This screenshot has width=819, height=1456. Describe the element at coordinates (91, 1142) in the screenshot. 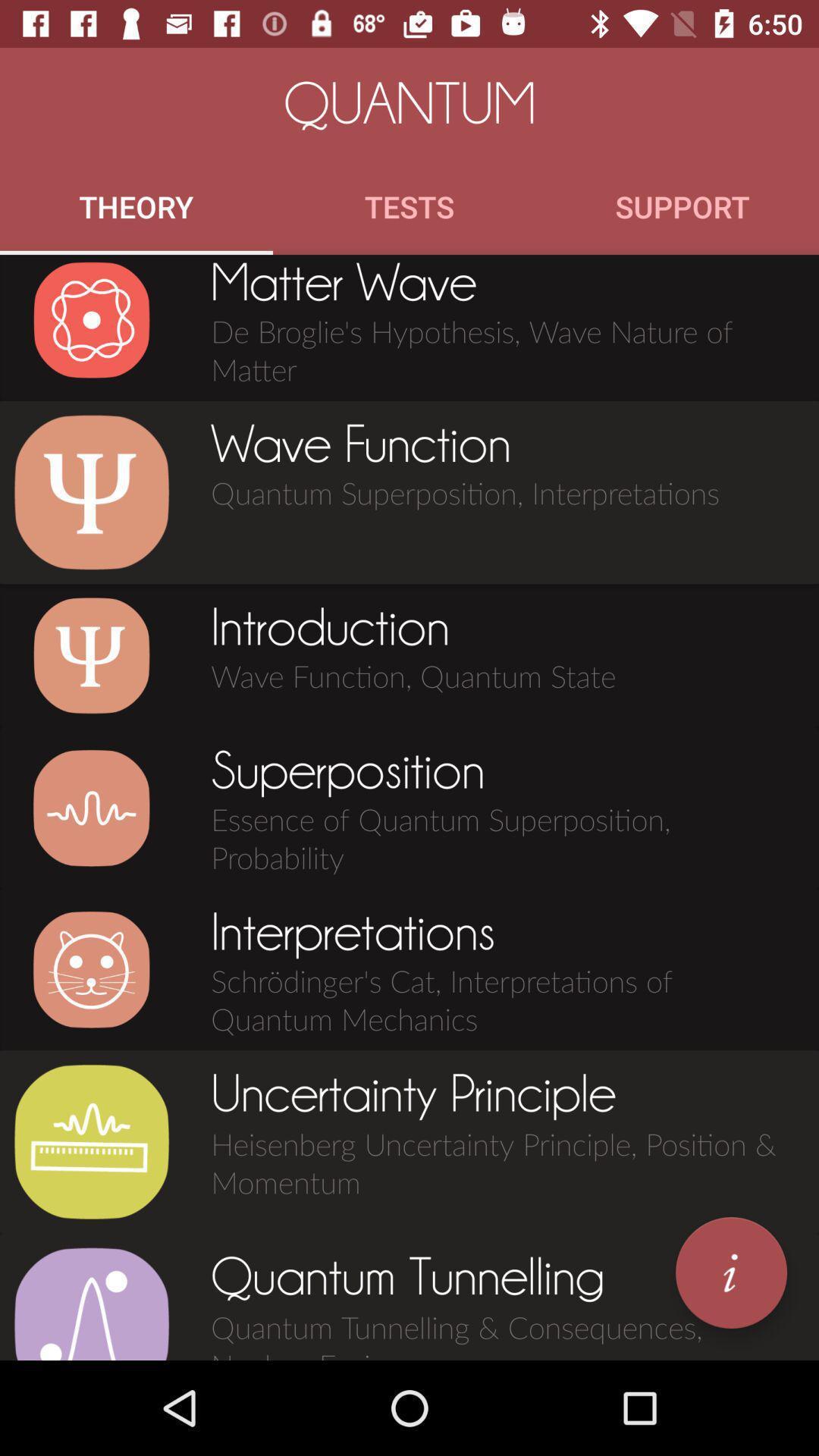

I see `uncertainty principle` at that location.